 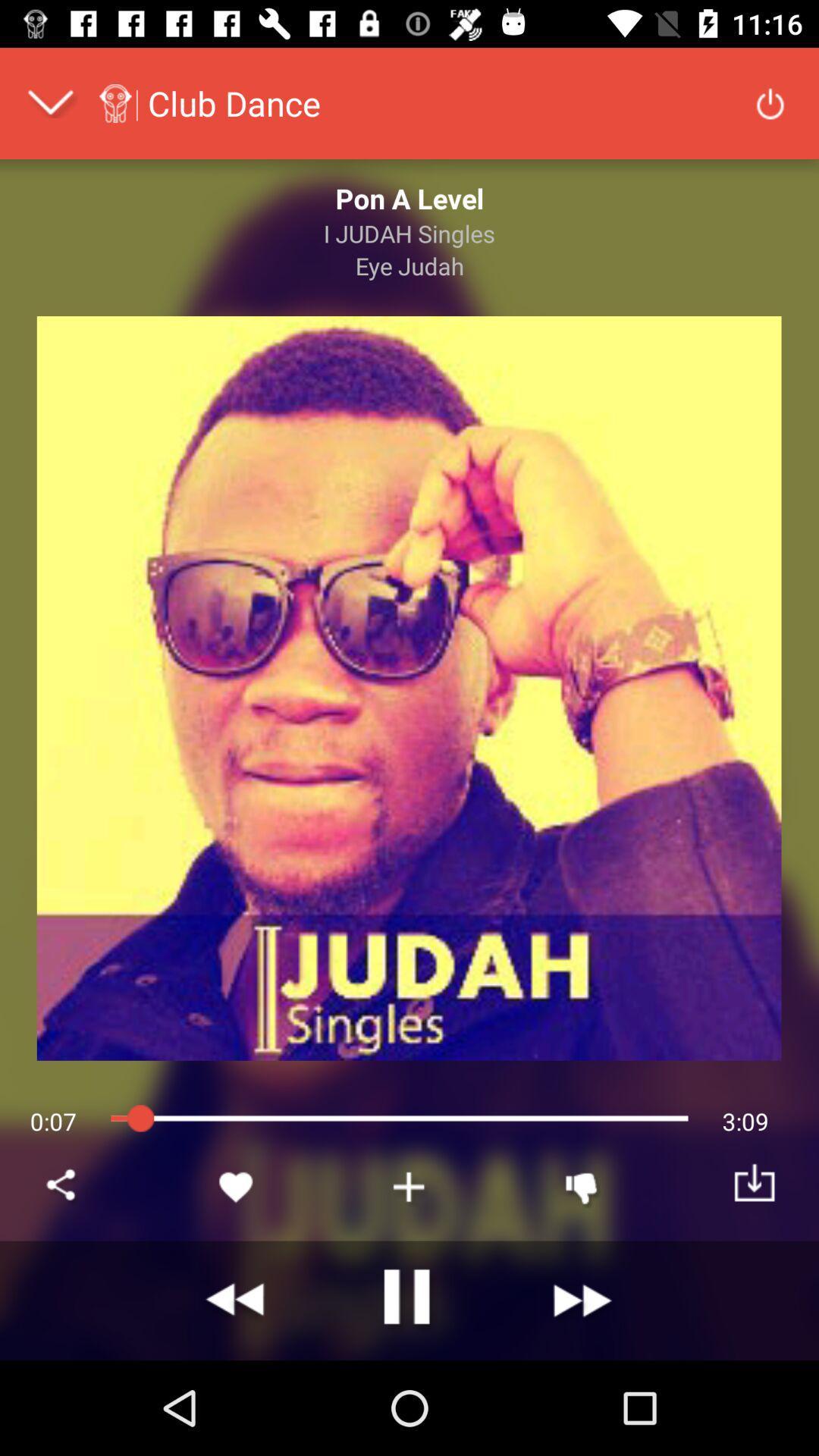 I want to click on icon to the left of the 3:09, so click(x=581, y=1186).